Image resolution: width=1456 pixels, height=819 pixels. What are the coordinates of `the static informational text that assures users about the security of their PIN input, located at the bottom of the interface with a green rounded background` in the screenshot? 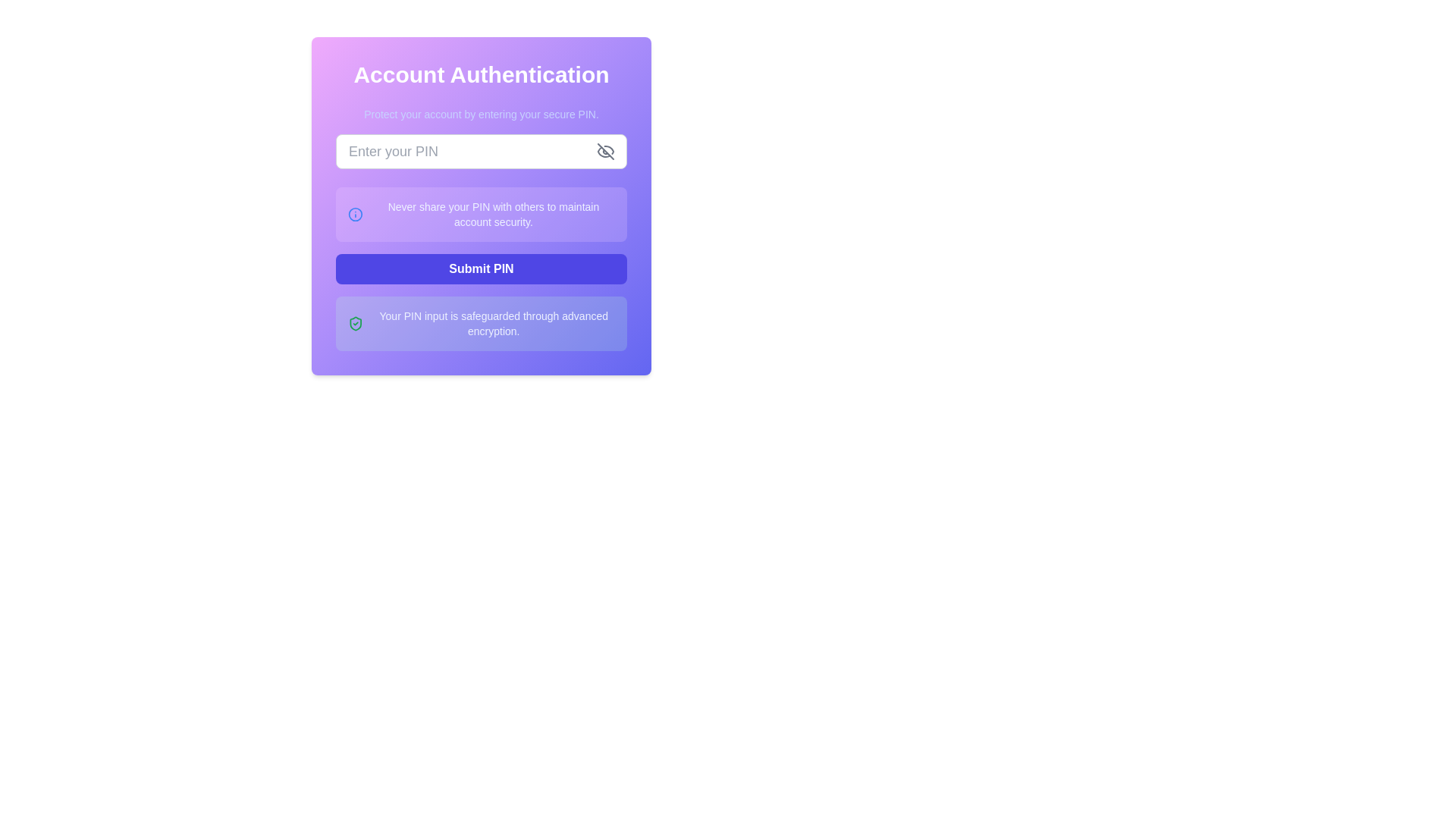 It's located at (494, 323).